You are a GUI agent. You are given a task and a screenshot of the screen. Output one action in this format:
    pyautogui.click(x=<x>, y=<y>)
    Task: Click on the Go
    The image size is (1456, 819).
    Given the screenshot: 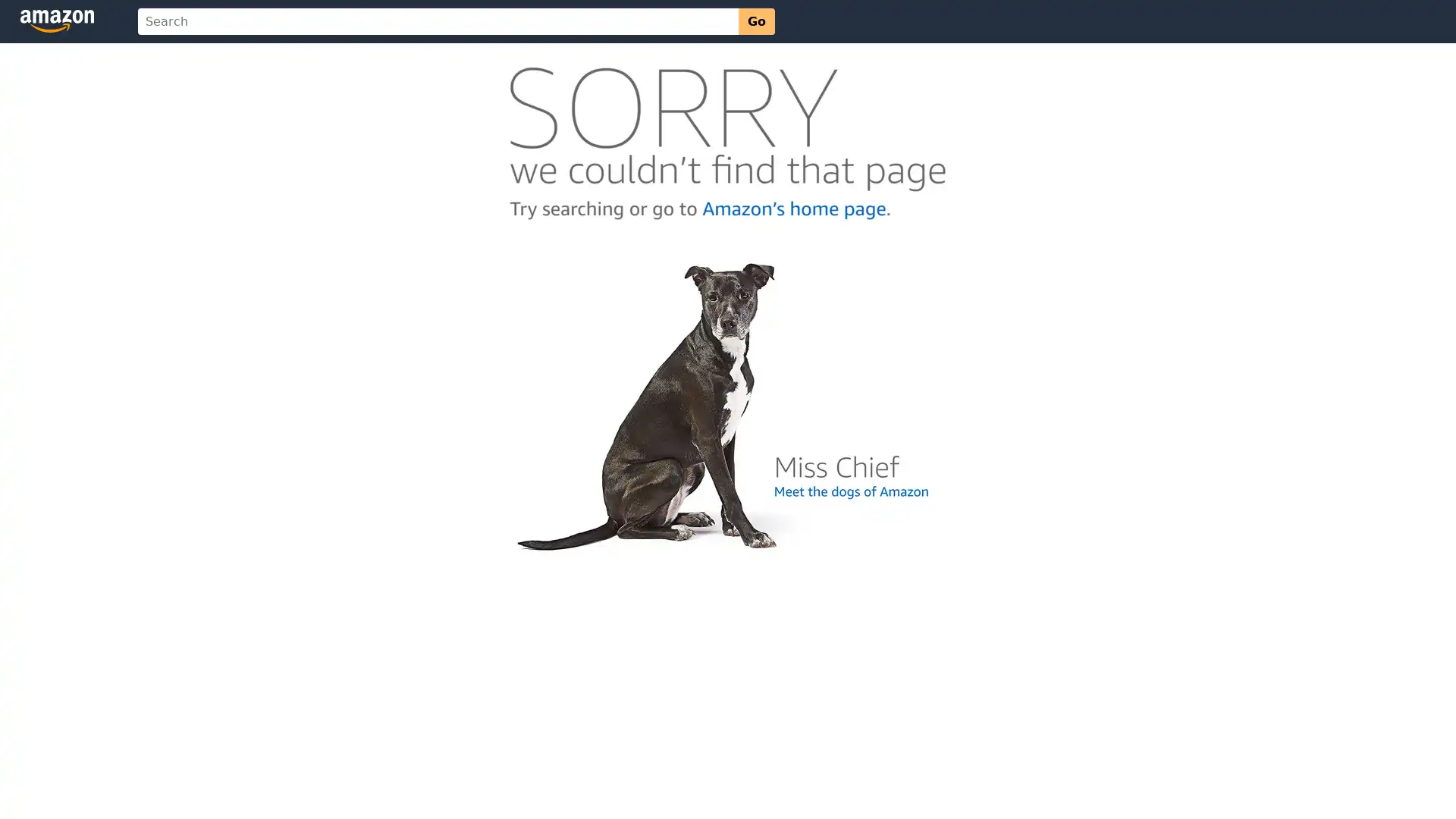 What is the action you would take?
    pyautogui.click(x=757, y=21)
    